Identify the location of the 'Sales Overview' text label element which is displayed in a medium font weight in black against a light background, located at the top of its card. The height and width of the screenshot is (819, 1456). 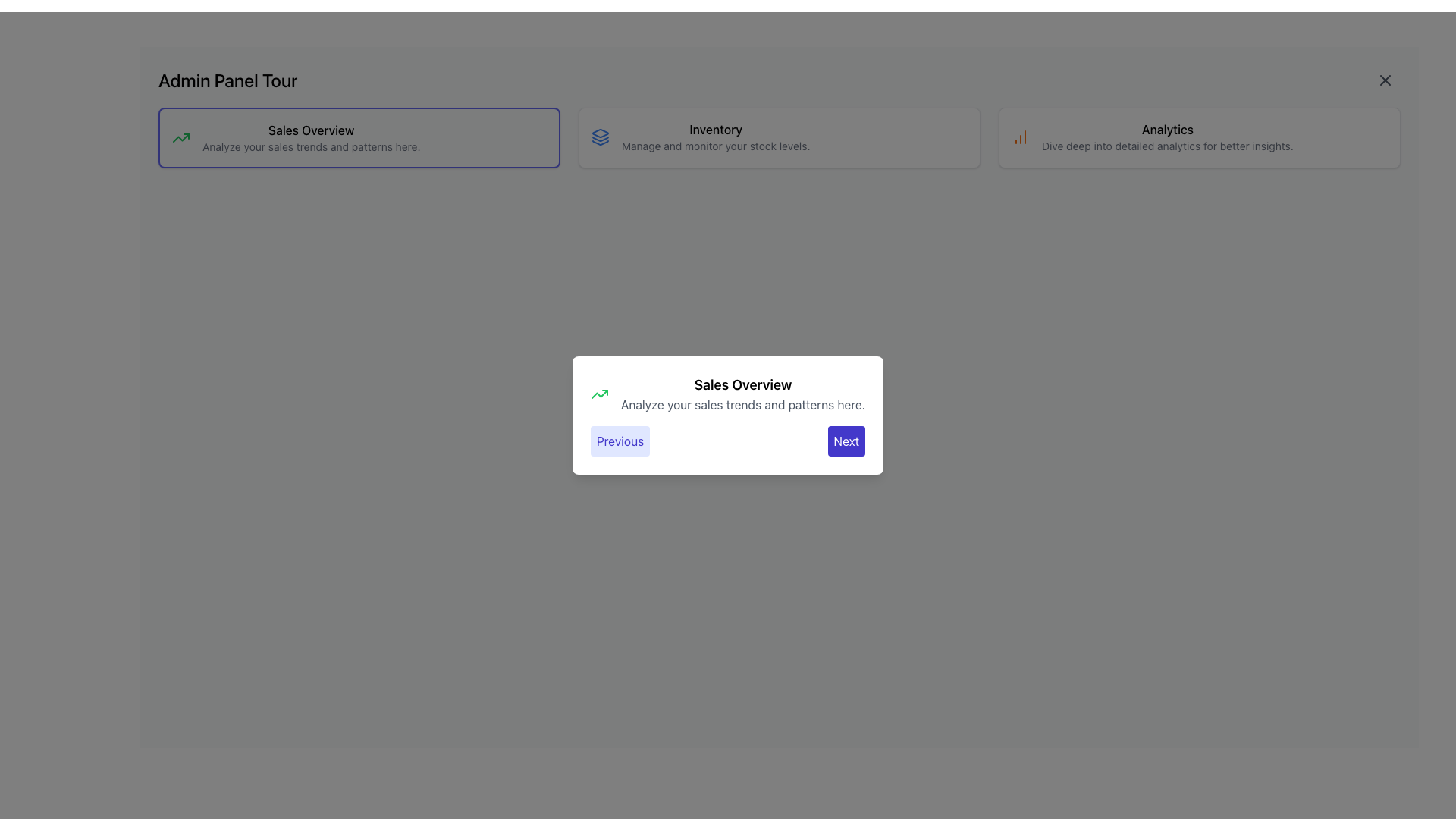
(310, 130).